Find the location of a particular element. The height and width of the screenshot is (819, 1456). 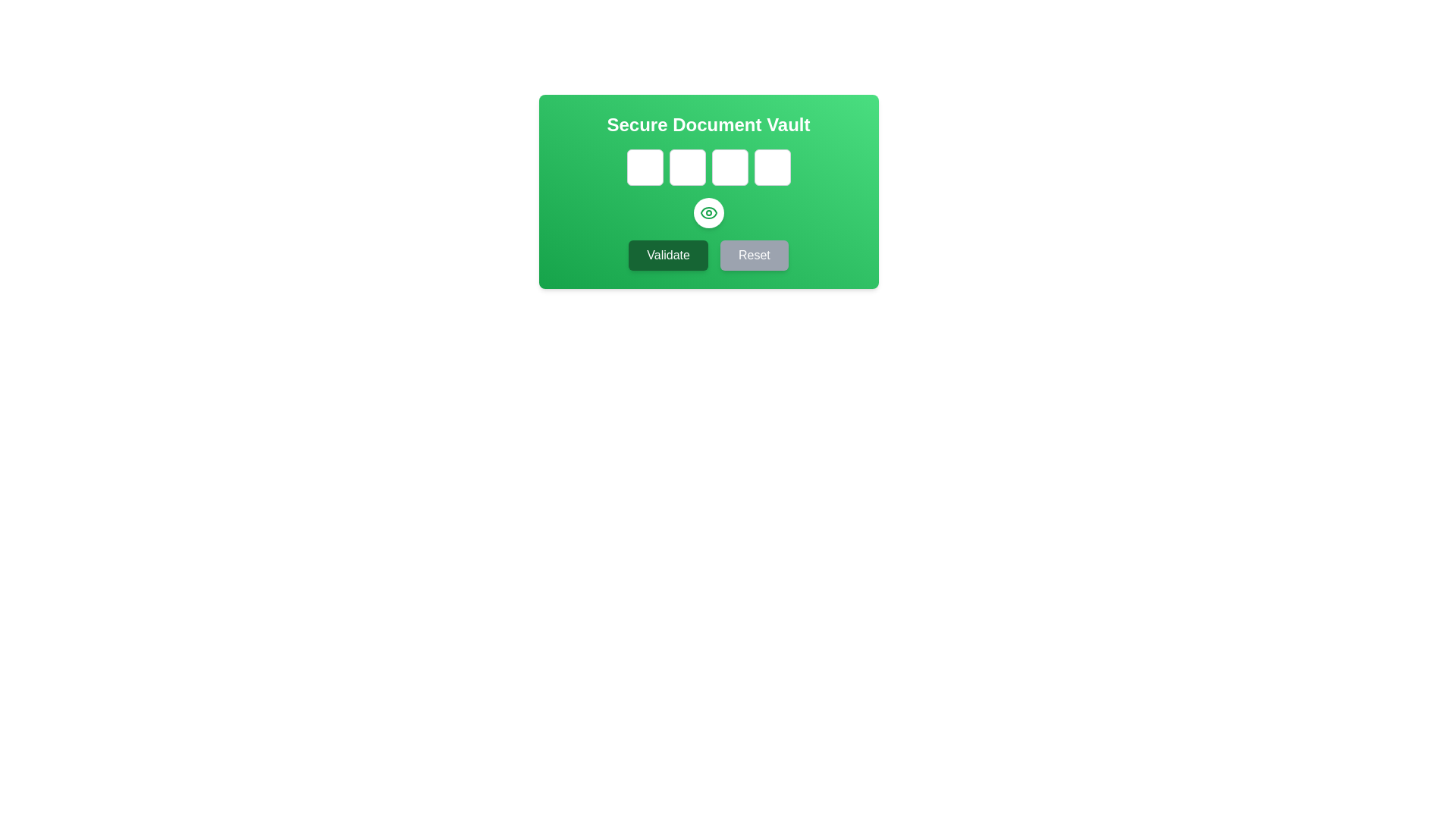

the reset button located to the right of the 'Validate' button and below the green panel labeled 'Secure Document Vault' is located at coordinates (754, 254).